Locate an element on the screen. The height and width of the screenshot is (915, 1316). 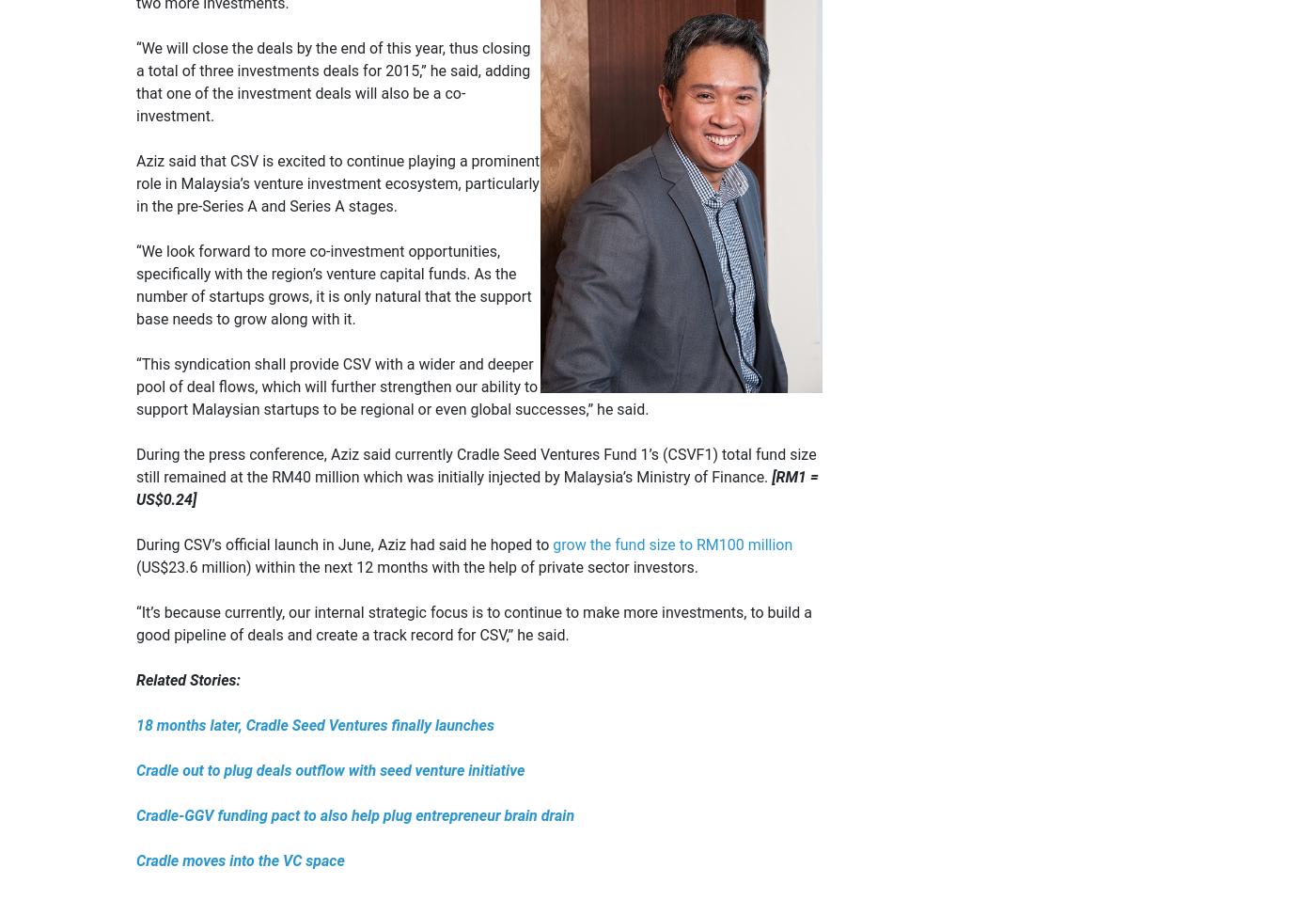
'(US$23.6 million) within the next 12 months with the help of private sector investors.' is located at coordinates (416, 566).